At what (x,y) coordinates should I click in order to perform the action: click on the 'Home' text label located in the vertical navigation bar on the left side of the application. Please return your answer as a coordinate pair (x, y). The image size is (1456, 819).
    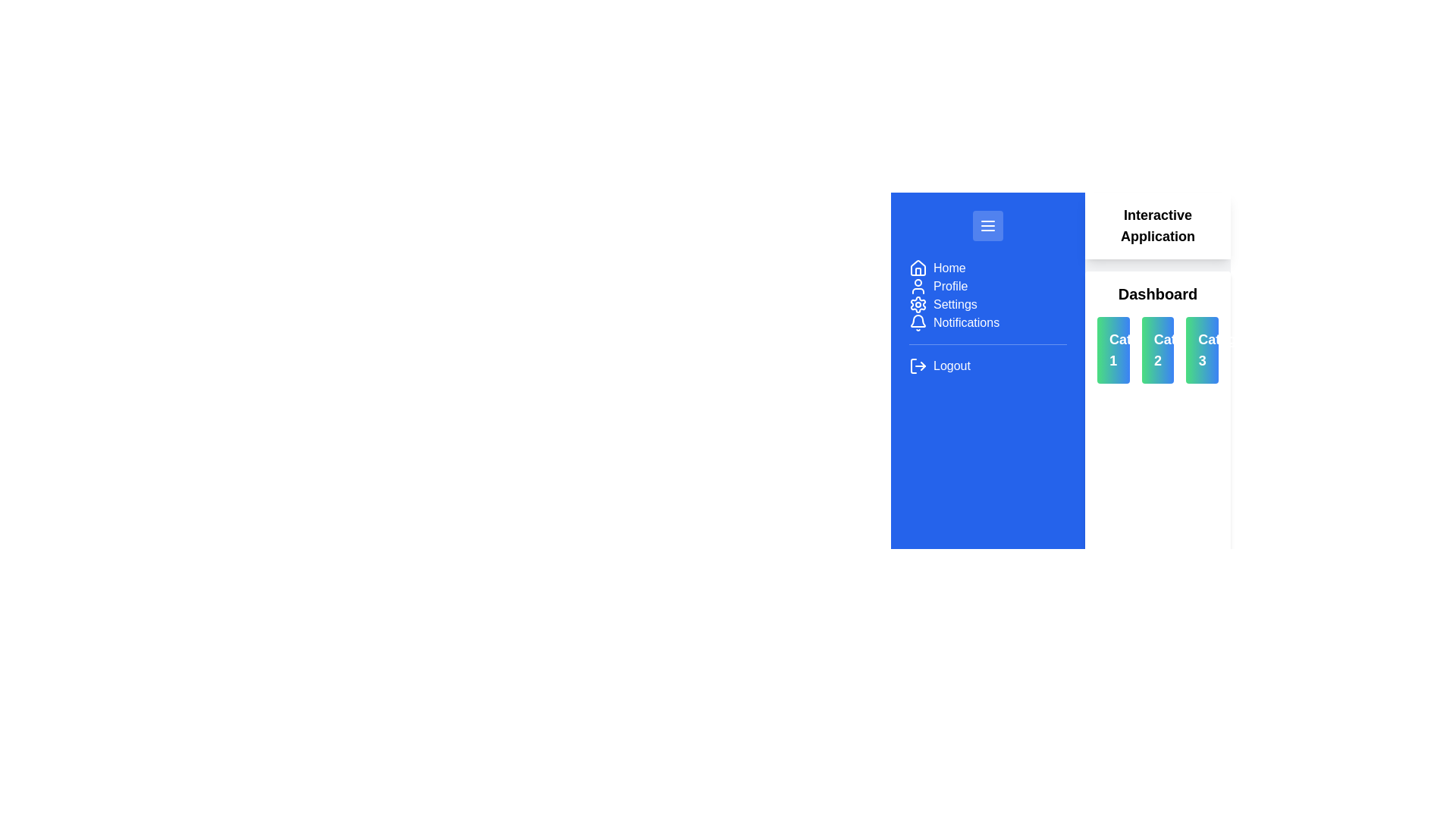
    Looking at the image, I should click on (949, 268).